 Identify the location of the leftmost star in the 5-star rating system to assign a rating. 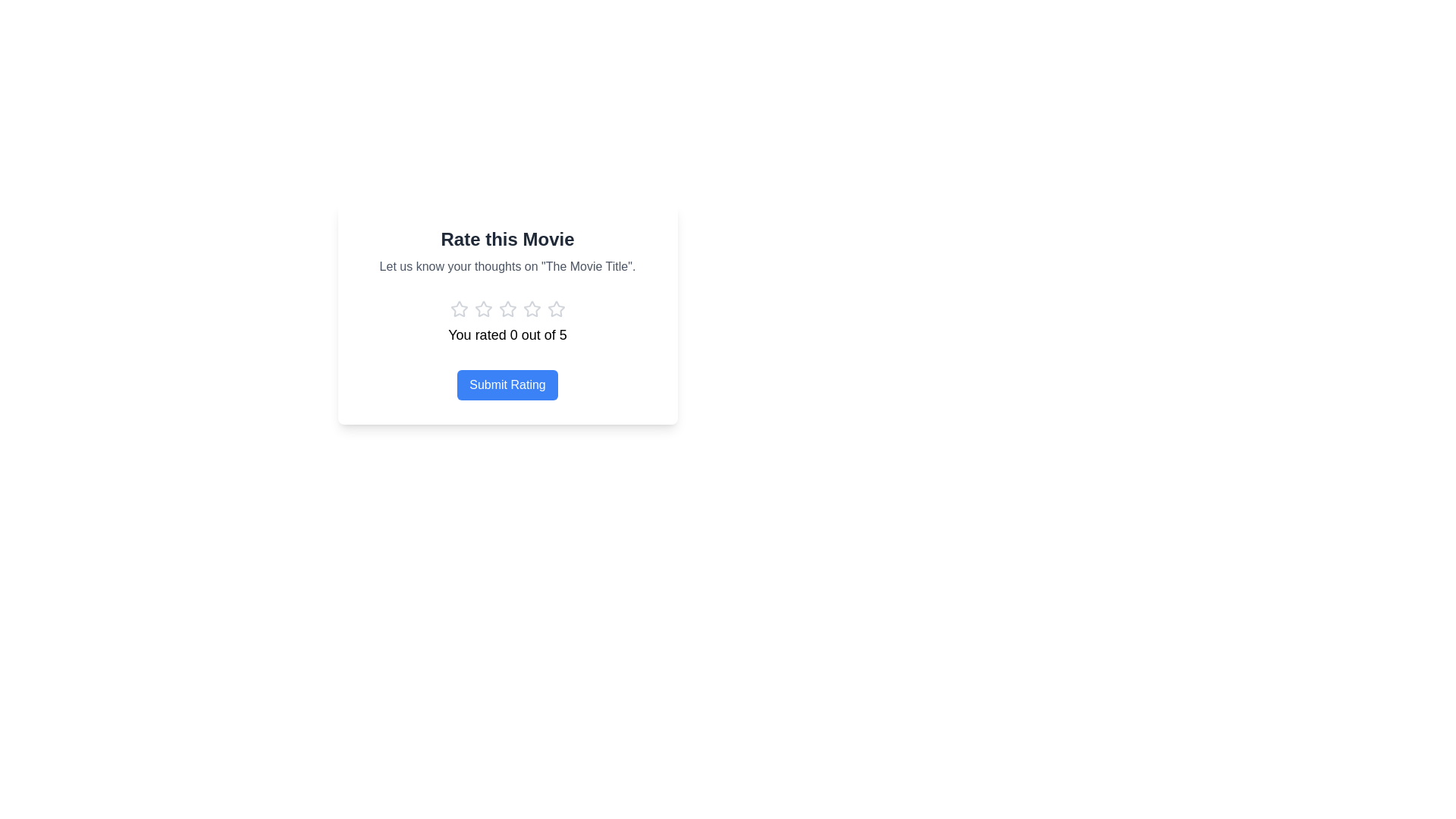
(458, 308).